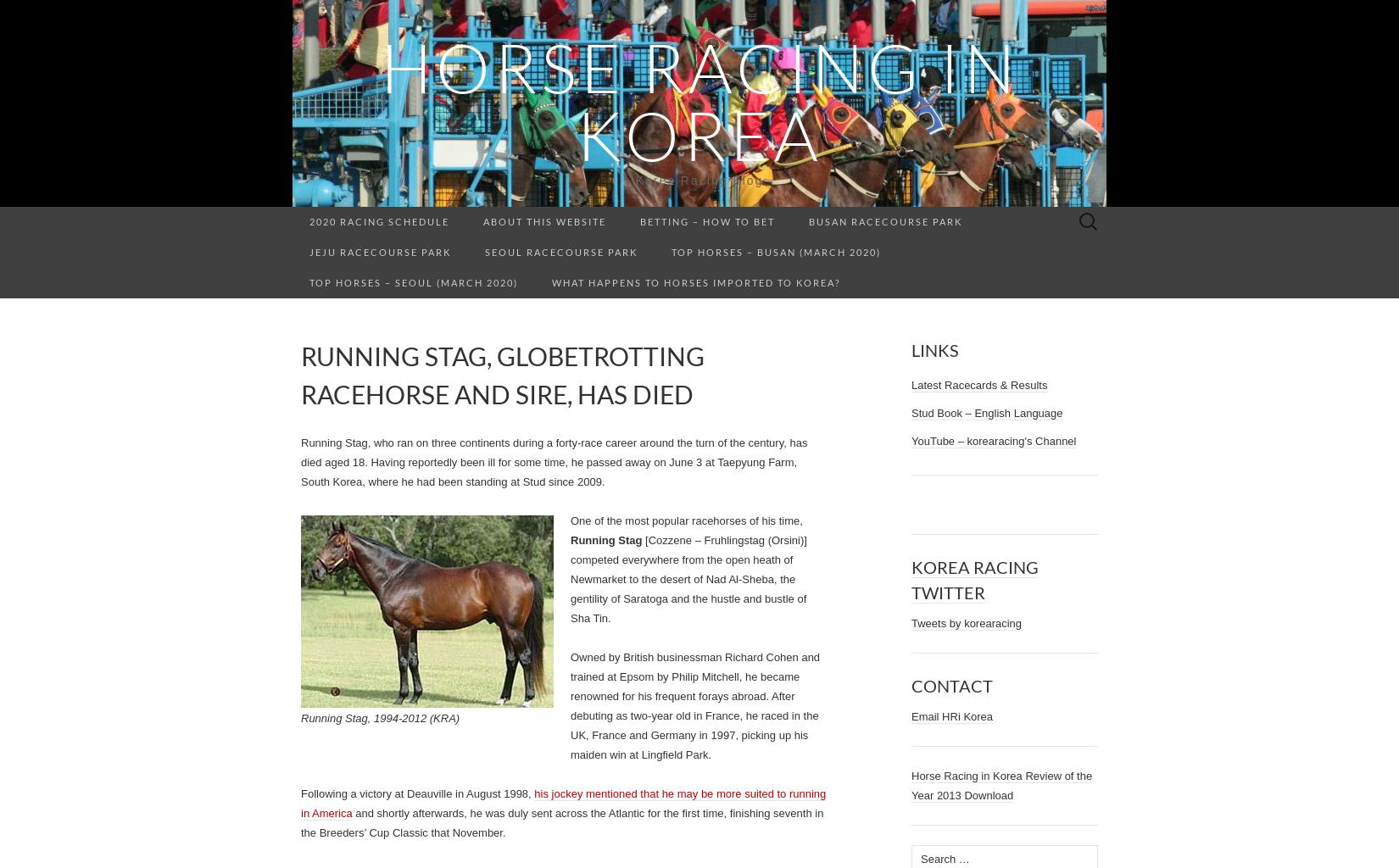 Image resolution: width=1399 pixels, height=868 pixels. What do you see at coordinates (553, 462) in the screenshot?
I see `'Running Stag, who ran on three continents during a forty-race career around the turn of the century, has died aged 18. Having reportedly been ill for some time, he passed away on June 3 at Taepyung Farm, South Korea, where he had been standing at Stud since 2009.'` at bounding box center [553, 462].